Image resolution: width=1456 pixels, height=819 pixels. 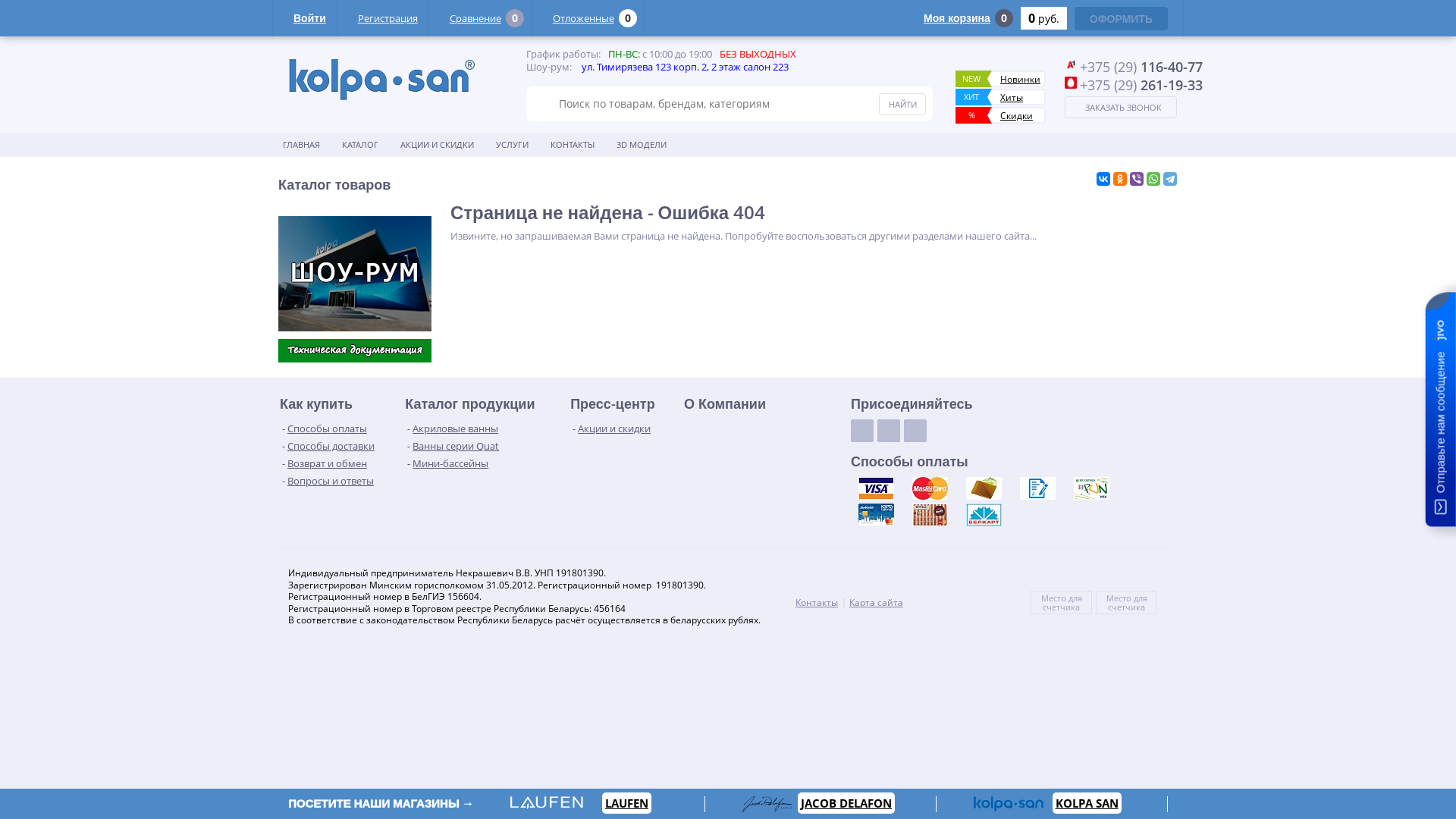 I want to click on 'Telegram', so click(x=1169, y=177).